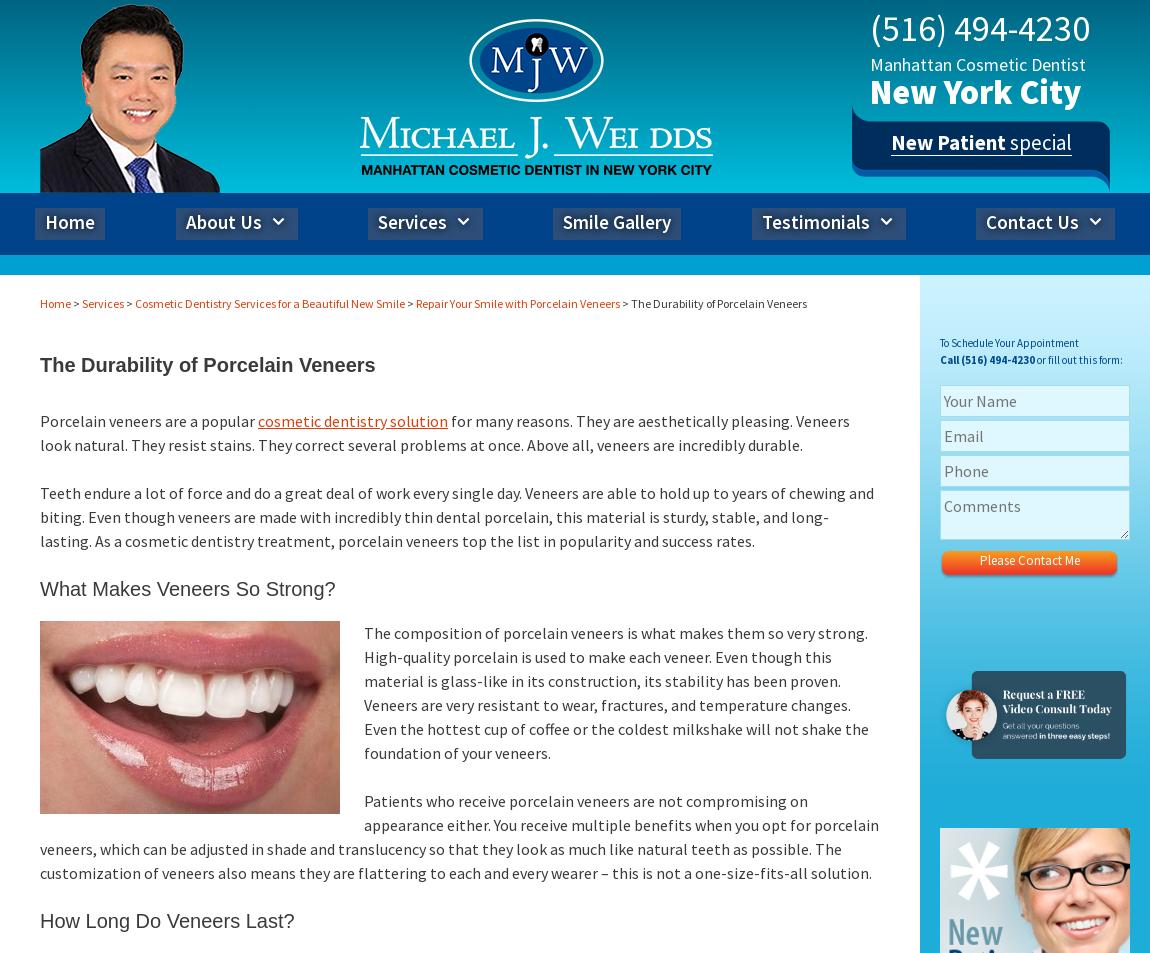  I want to click on 'How Long Do Veneers Last?', so click(165, 920).